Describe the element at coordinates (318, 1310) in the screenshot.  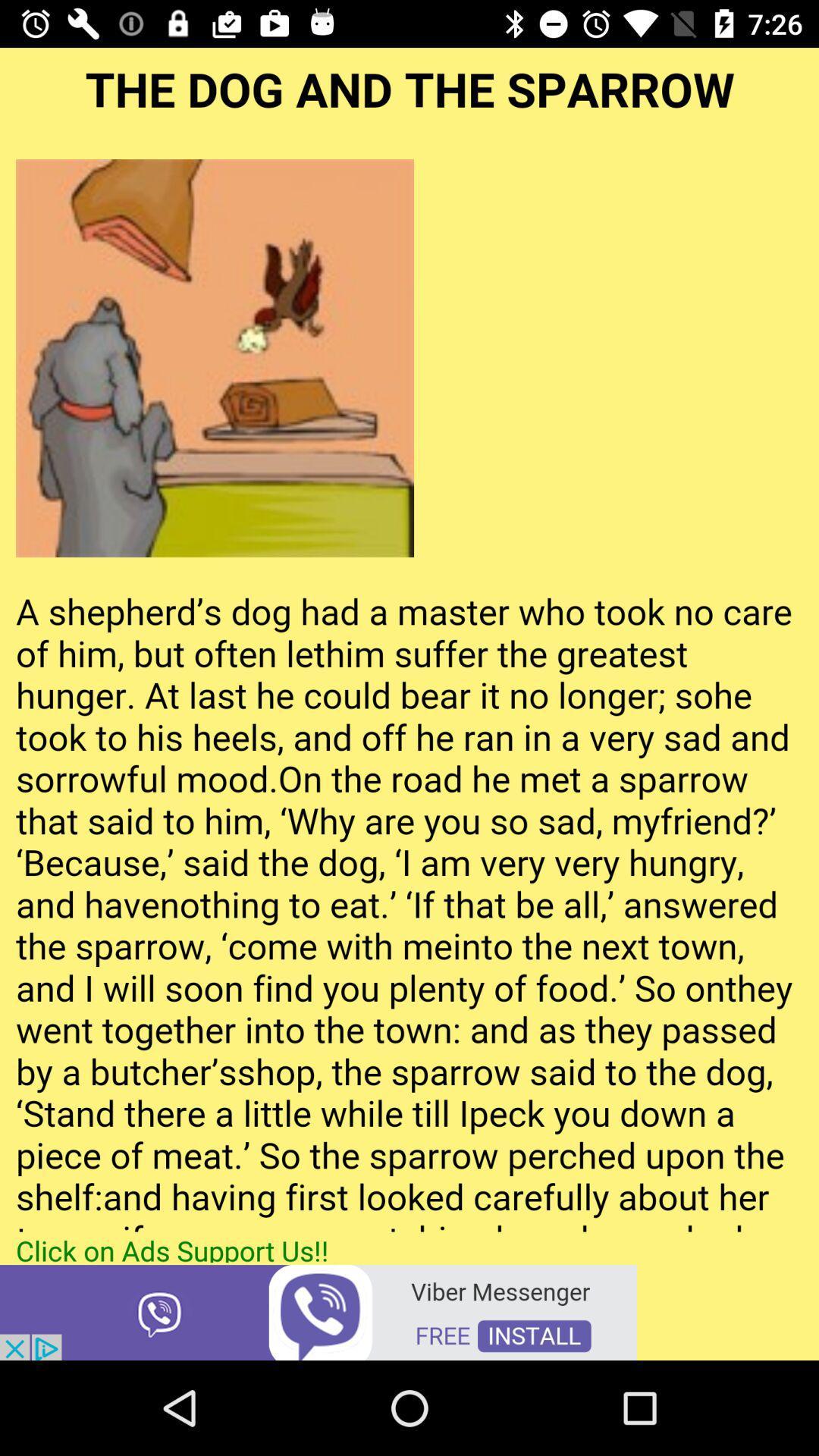
I see `open advertisement` at that location.